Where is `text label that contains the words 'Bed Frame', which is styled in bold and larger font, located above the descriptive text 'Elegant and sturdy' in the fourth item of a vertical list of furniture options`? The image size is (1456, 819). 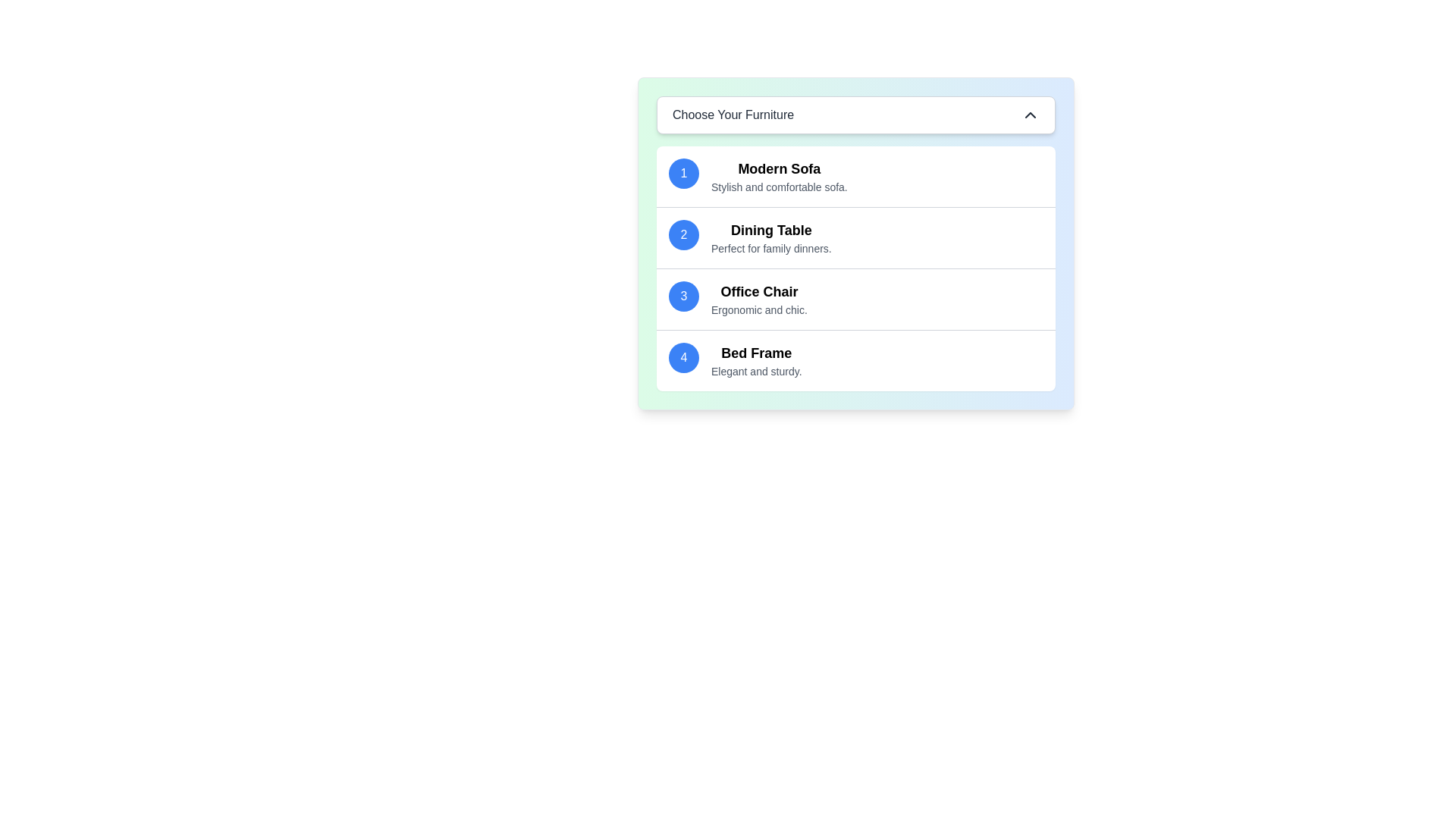 text label that contains the words 'Bed Frame', which is styled in bold and larger font, located above the descriptive text 'Elegant and sturdy' in the fourth item of a vertical list of furniture options is located at coordinates (756, 353).